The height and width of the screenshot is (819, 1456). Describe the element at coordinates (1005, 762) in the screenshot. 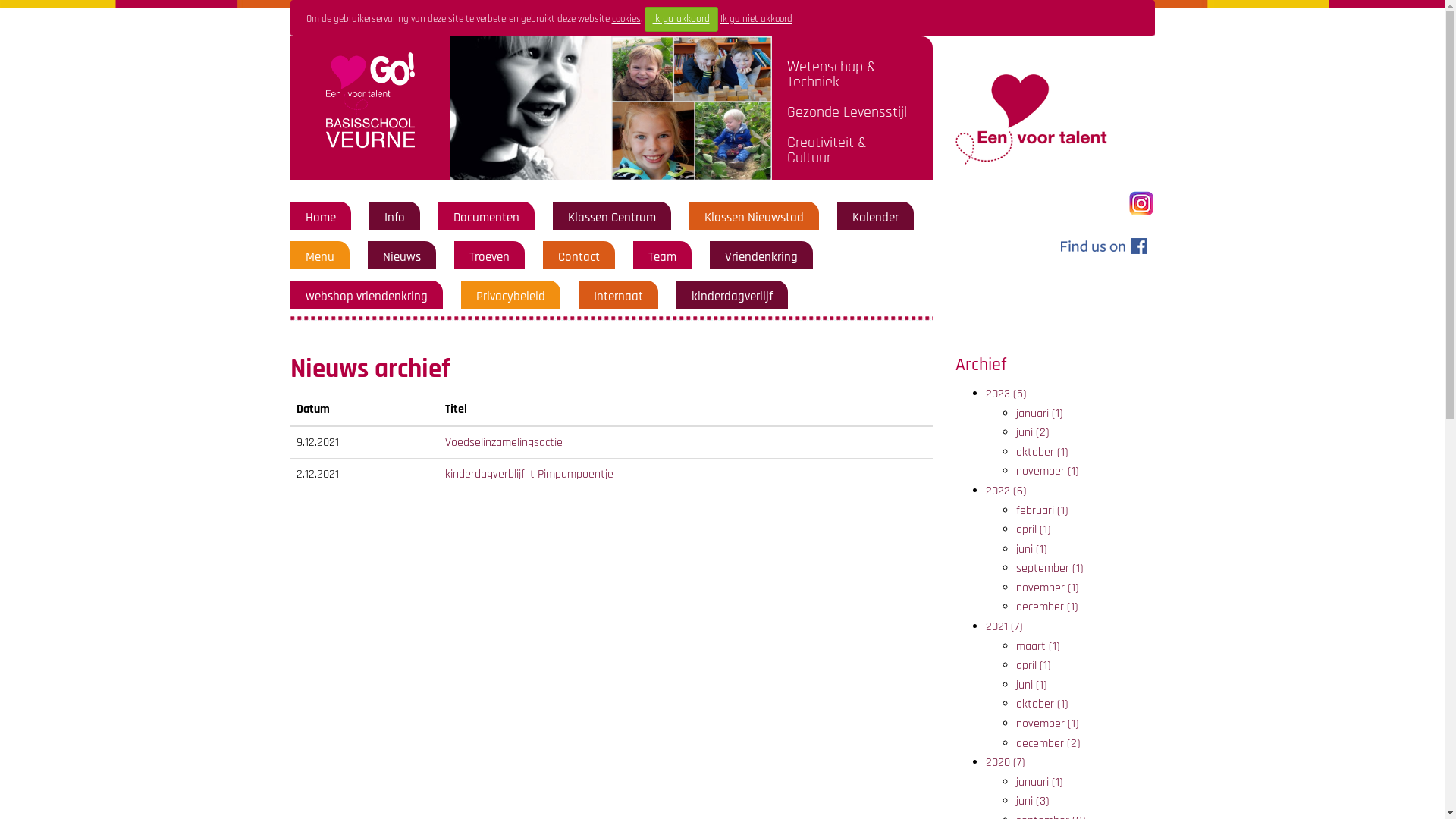

I see `'2020 (7)'` at that location.